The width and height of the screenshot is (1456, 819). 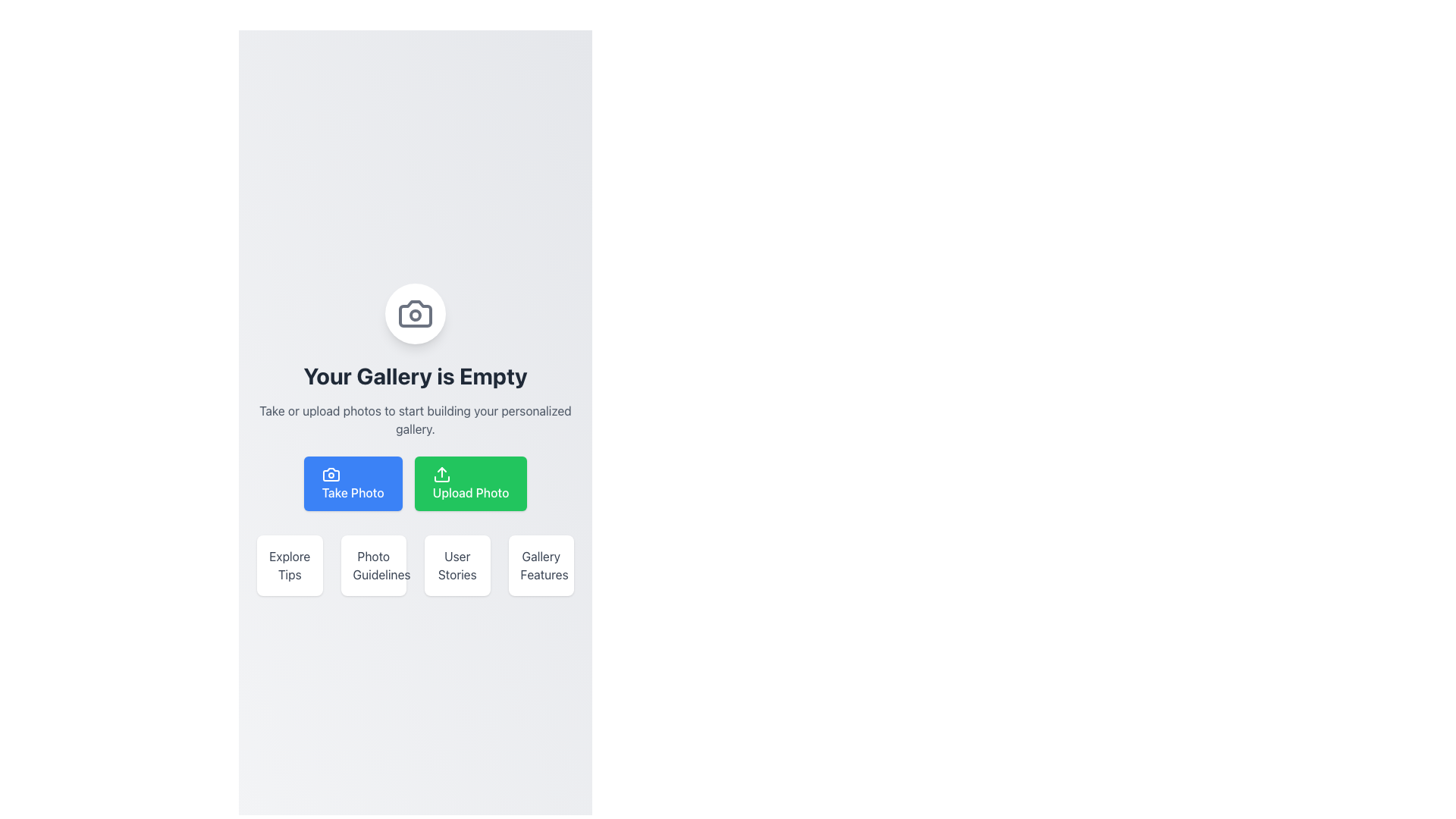 What do you see at coordinates (457, 565) in the screenshot?
I see `the 'User Stories' button located centrally in the grid of buttons below 'Take Photo' and 'Upload Photo', specifically the third button between 'Photo Guidelines' and 'Gallery Features'` at bounding box center [457, 565].